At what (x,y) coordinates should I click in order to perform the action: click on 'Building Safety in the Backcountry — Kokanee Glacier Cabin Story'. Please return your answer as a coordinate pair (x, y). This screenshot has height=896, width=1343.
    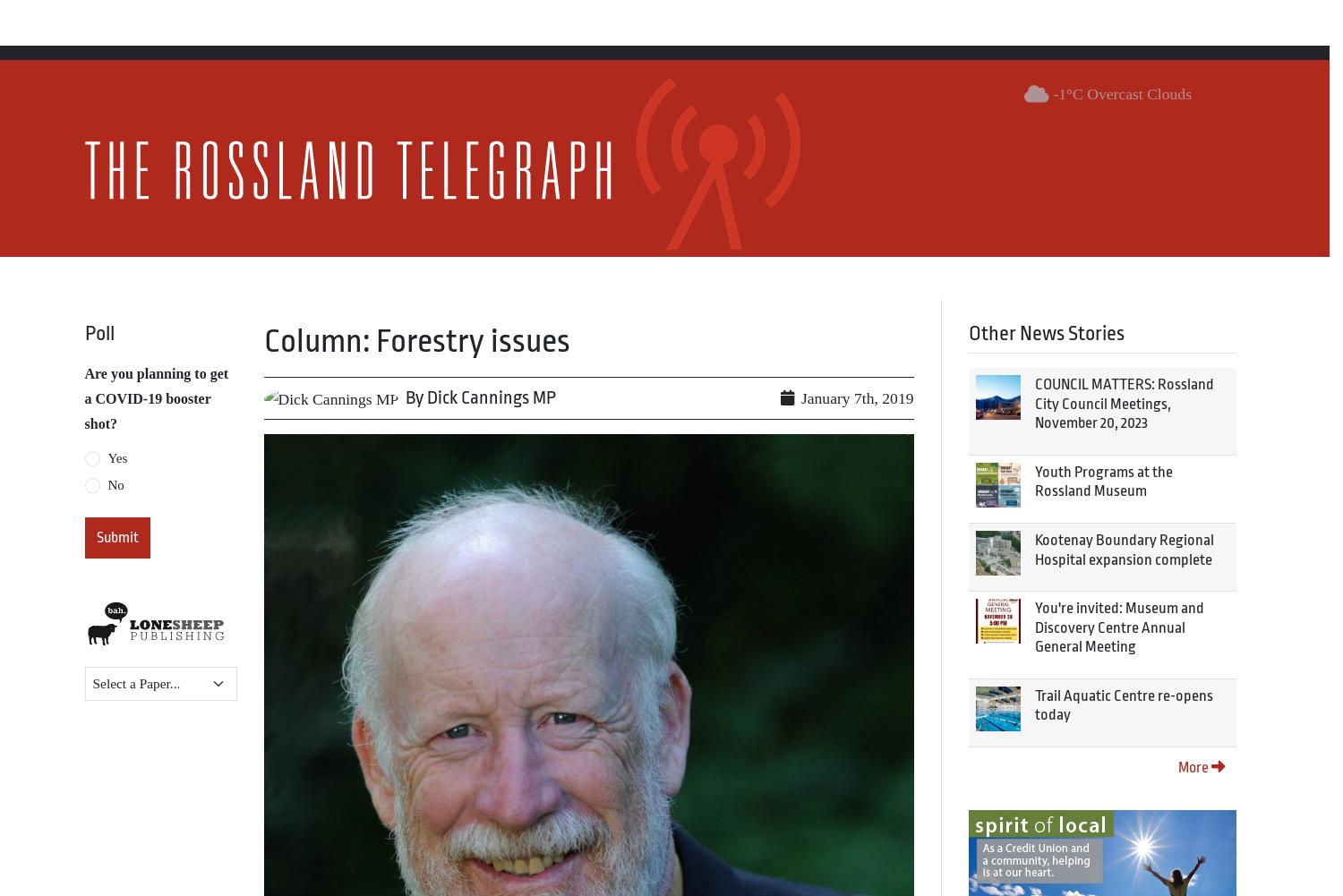
    Looking at the image, I should click on (487, 670).